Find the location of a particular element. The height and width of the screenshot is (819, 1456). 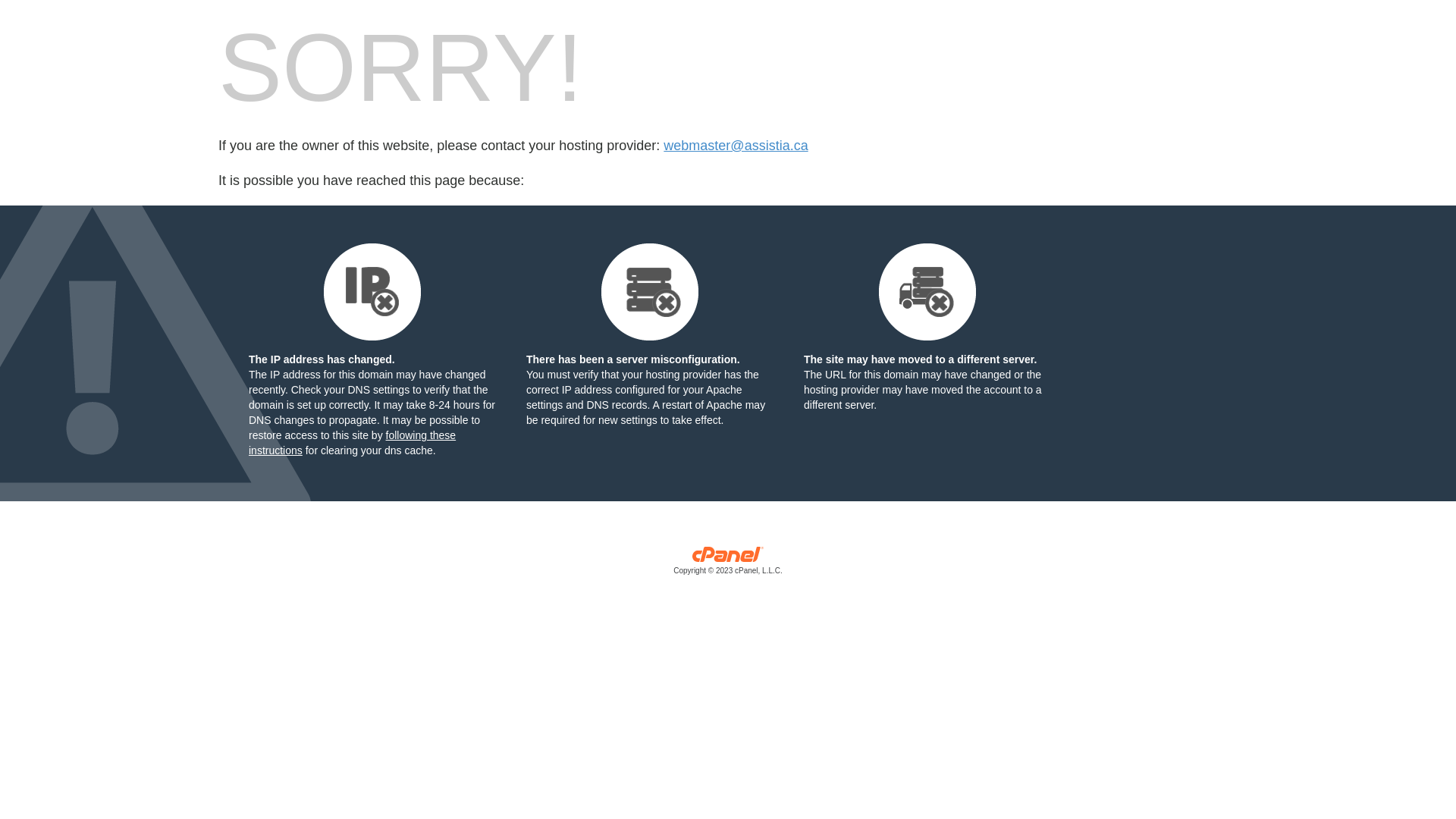

'following these instructions' is located at coordinates (351, 442).